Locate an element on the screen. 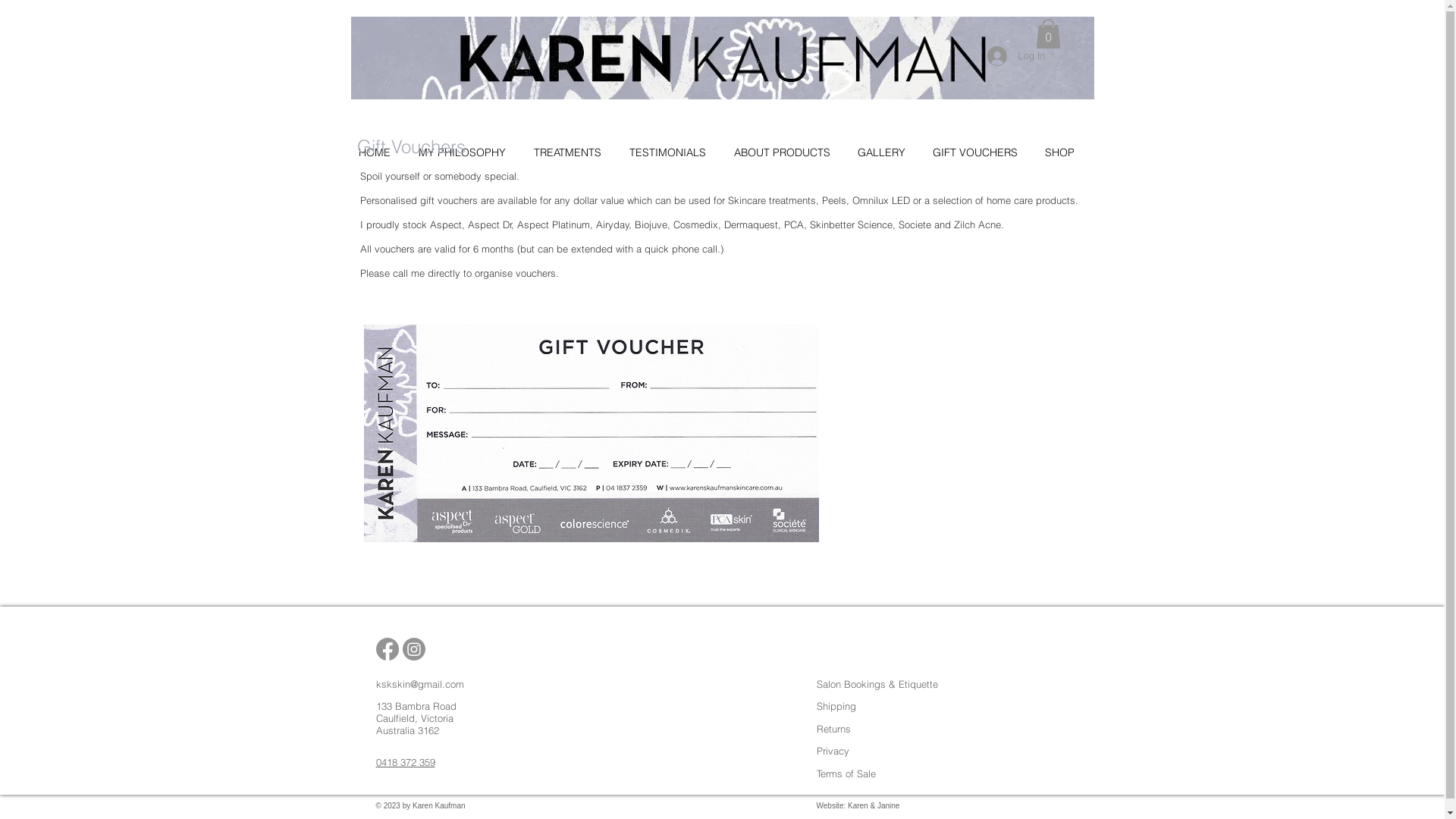  'Terms of Sale' is located at coordinates (844, 773).